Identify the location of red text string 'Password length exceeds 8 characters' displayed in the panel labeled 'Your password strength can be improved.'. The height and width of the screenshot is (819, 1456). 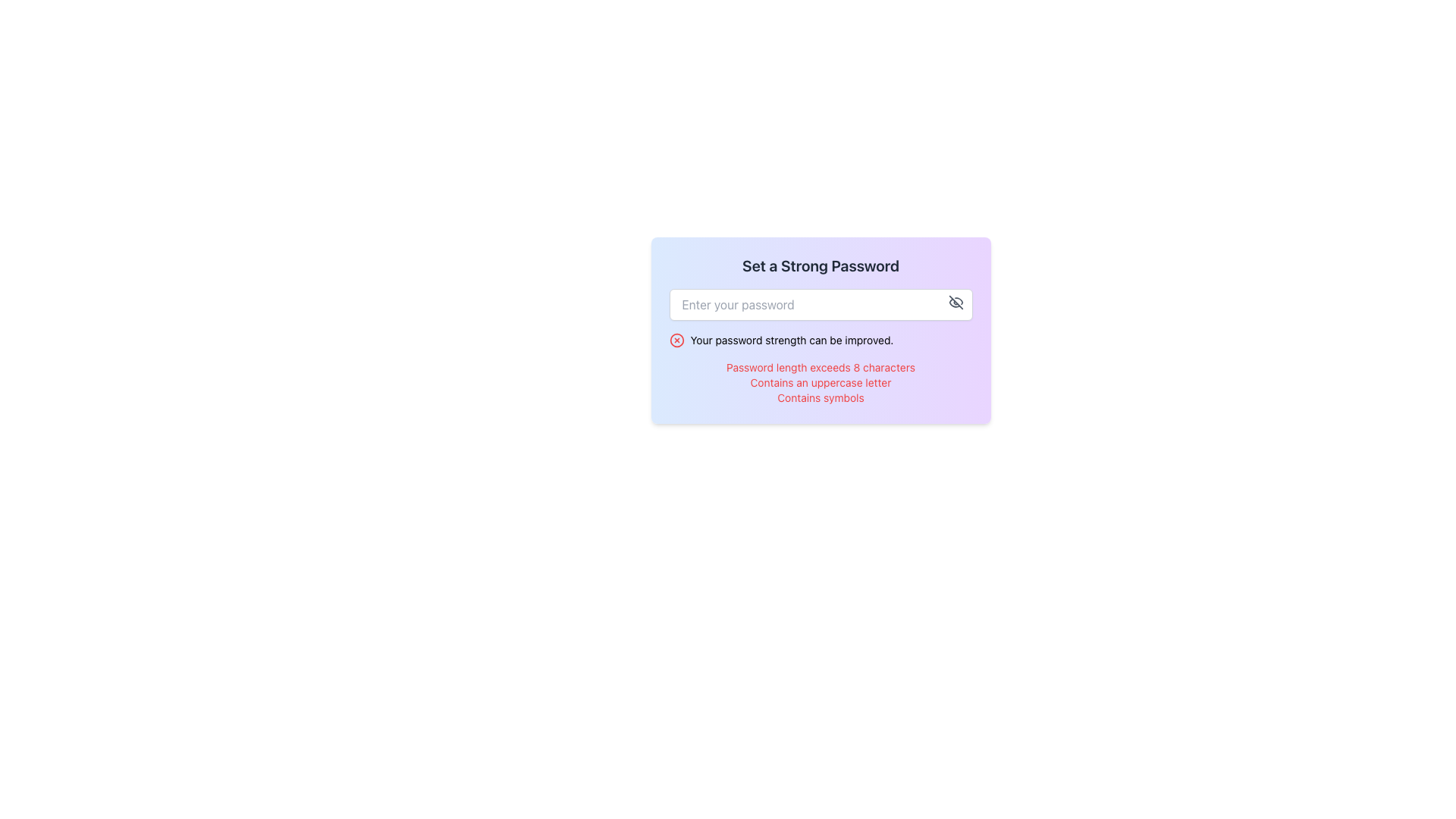
(820, 368).